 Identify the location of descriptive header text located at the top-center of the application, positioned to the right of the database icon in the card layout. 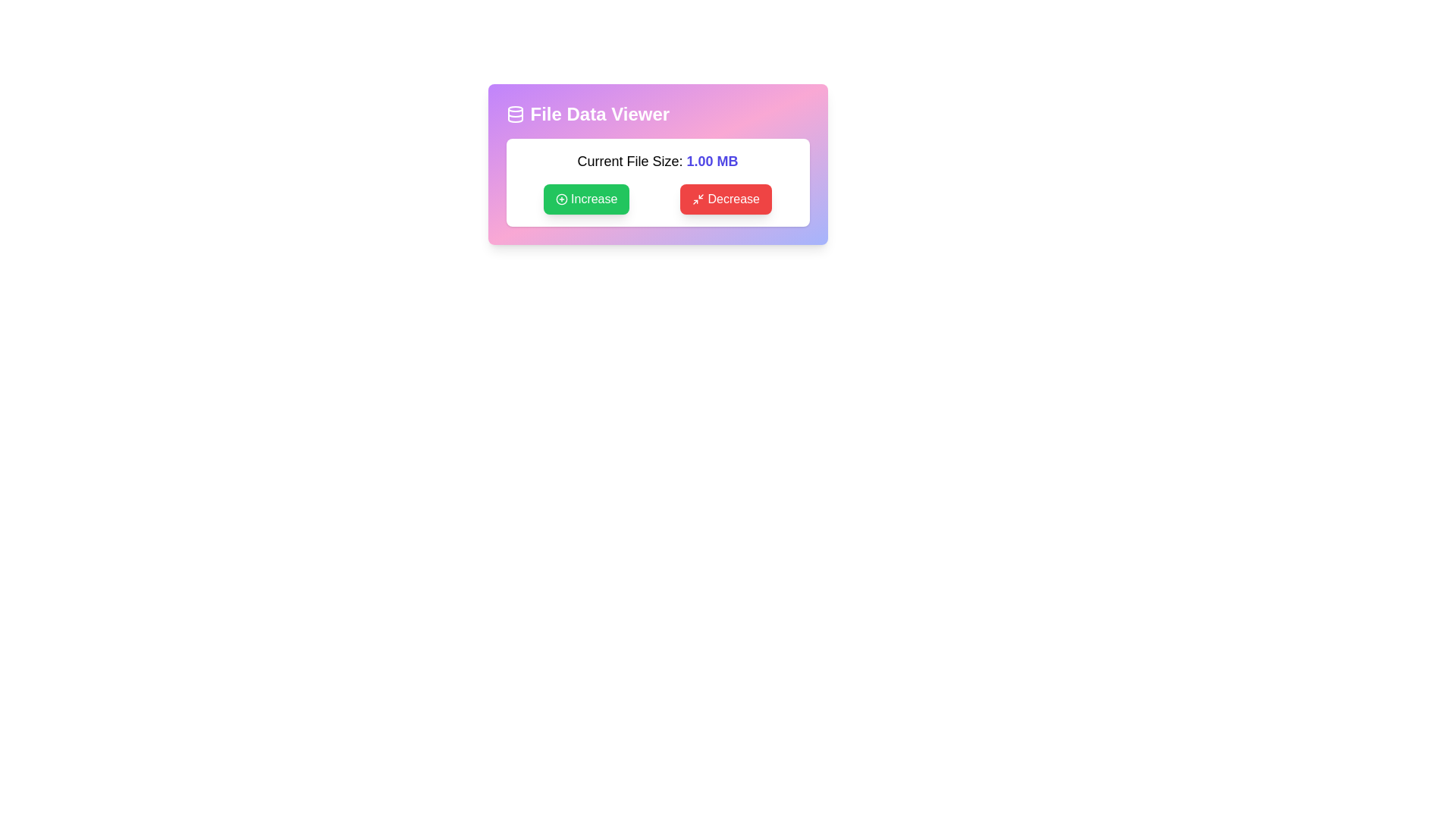
(599, 113).